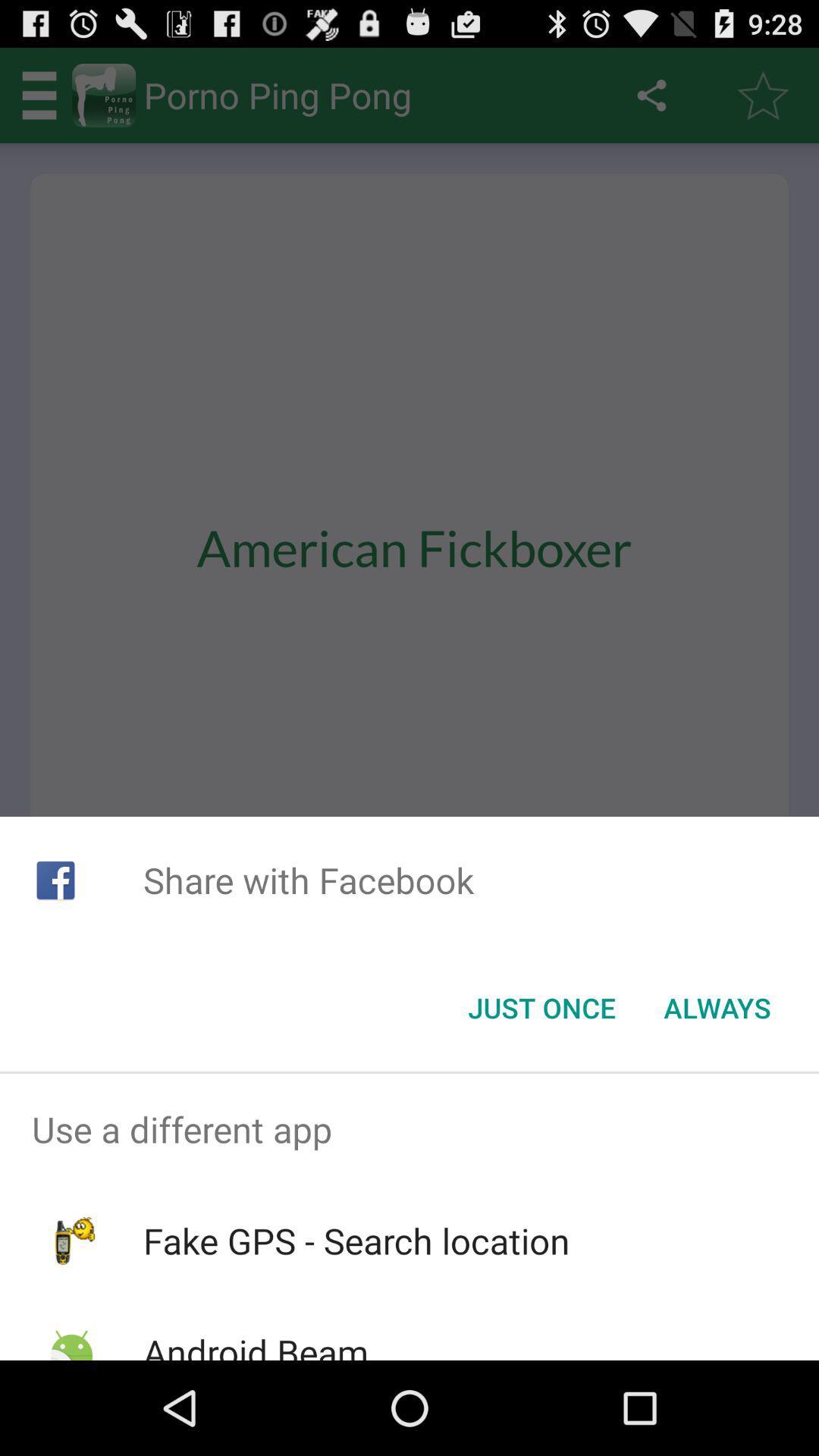 Image resolution: width=819 pixels, height=1456 pixels. What do you see at coordinates (356, 1241) in the screenshot?
I see `item below use a different` at bounding box center [356, 1241].